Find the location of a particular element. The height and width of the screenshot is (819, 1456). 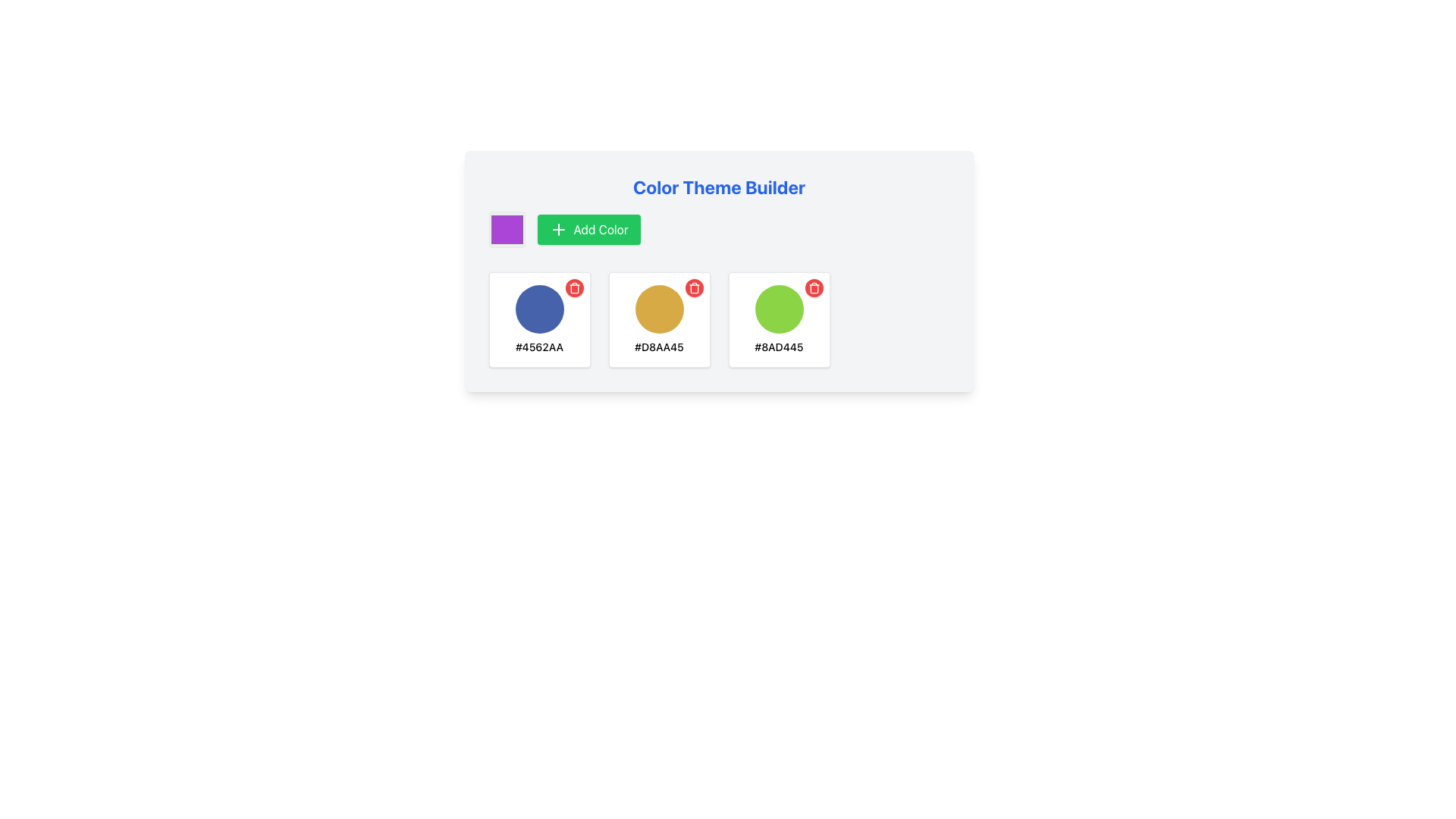

the rounded red button with a white trash icon located at the top-right corner of the first card in the list of color cards is located at coordinates (573, 288).